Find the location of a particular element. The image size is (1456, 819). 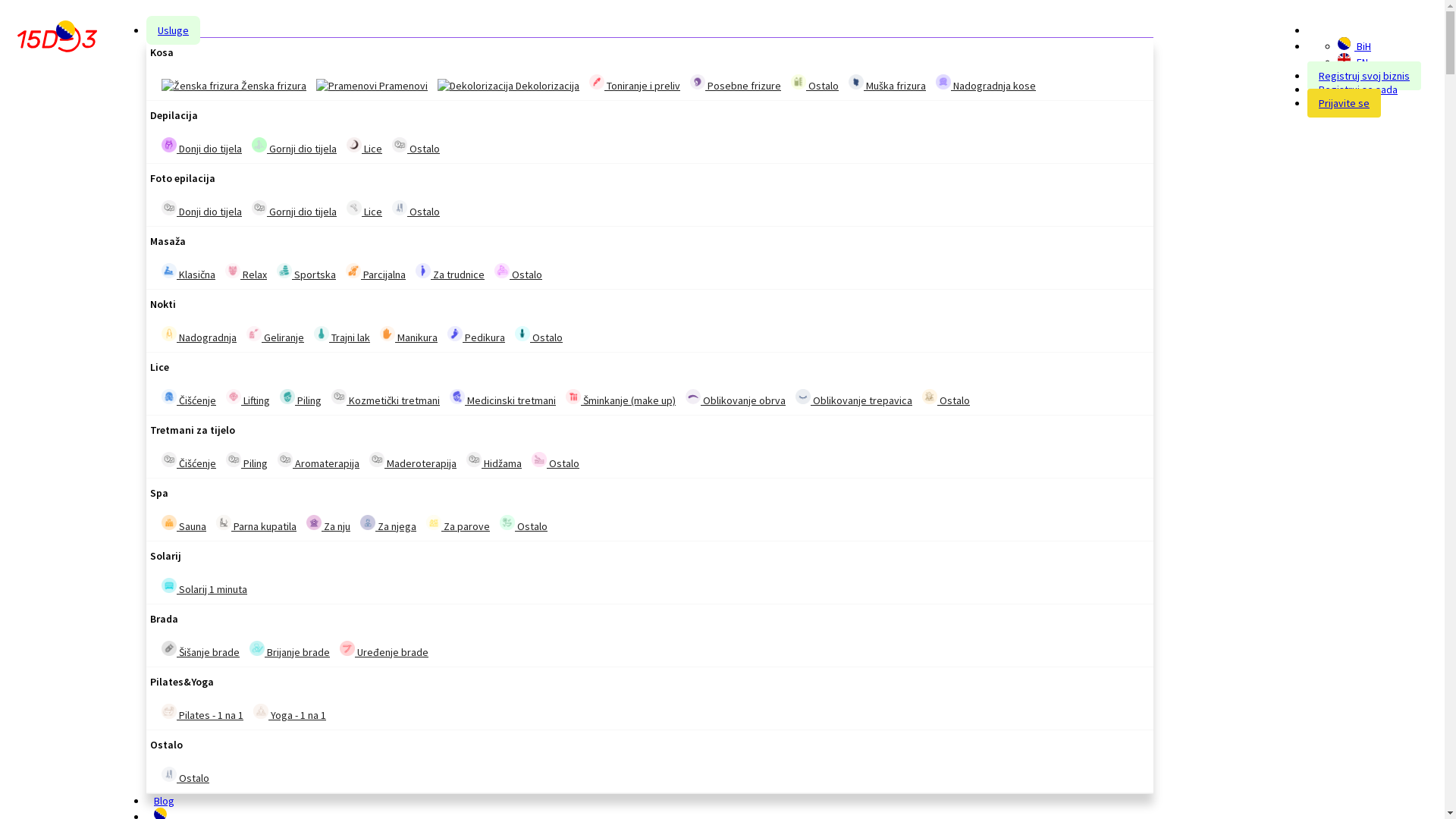

'Lifting' is located at coordinates (221, 397).